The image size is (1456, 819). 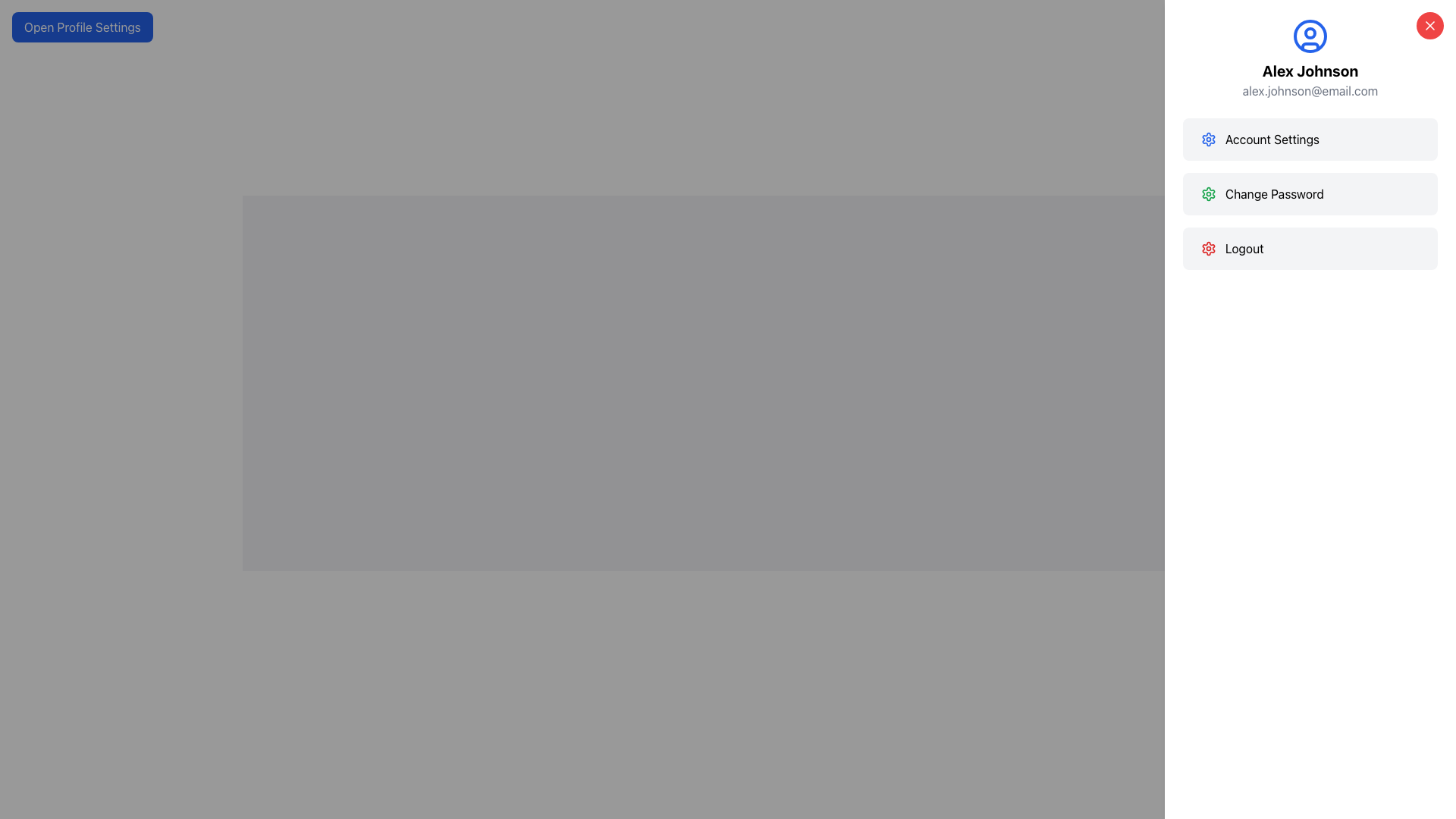 I want to click on the 'Change Password' button, which has a light gray background with black text and a small green settings icon, located in the right-hand panel between 'Account Settings' and 'Logout', so click(x=1310, y=193).